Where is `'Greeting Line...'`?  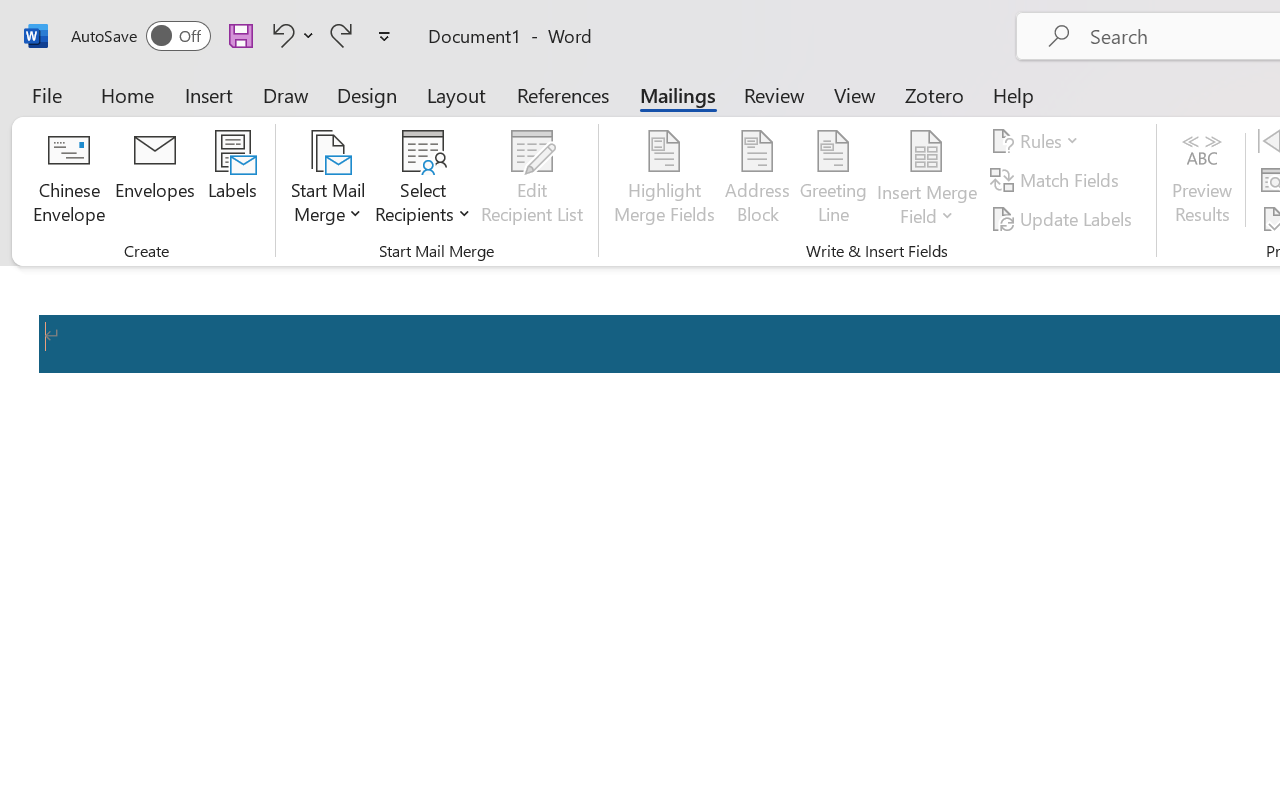
'Greeting Line...' is located at coordinates (833, 179).